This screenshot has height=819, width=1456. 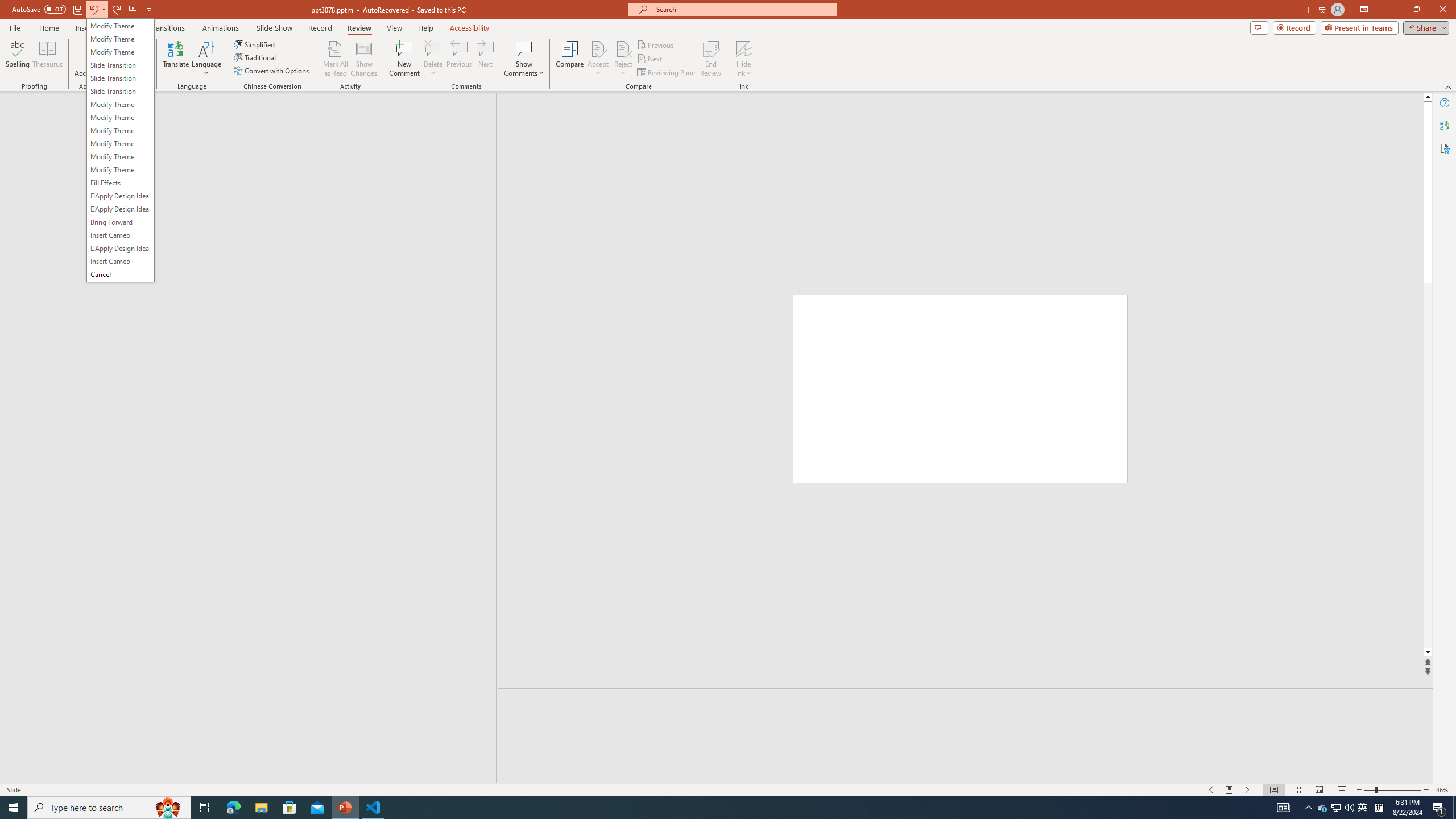 I want to click on 'PowerPoint - 1 running window', so click(x=345, y=806).